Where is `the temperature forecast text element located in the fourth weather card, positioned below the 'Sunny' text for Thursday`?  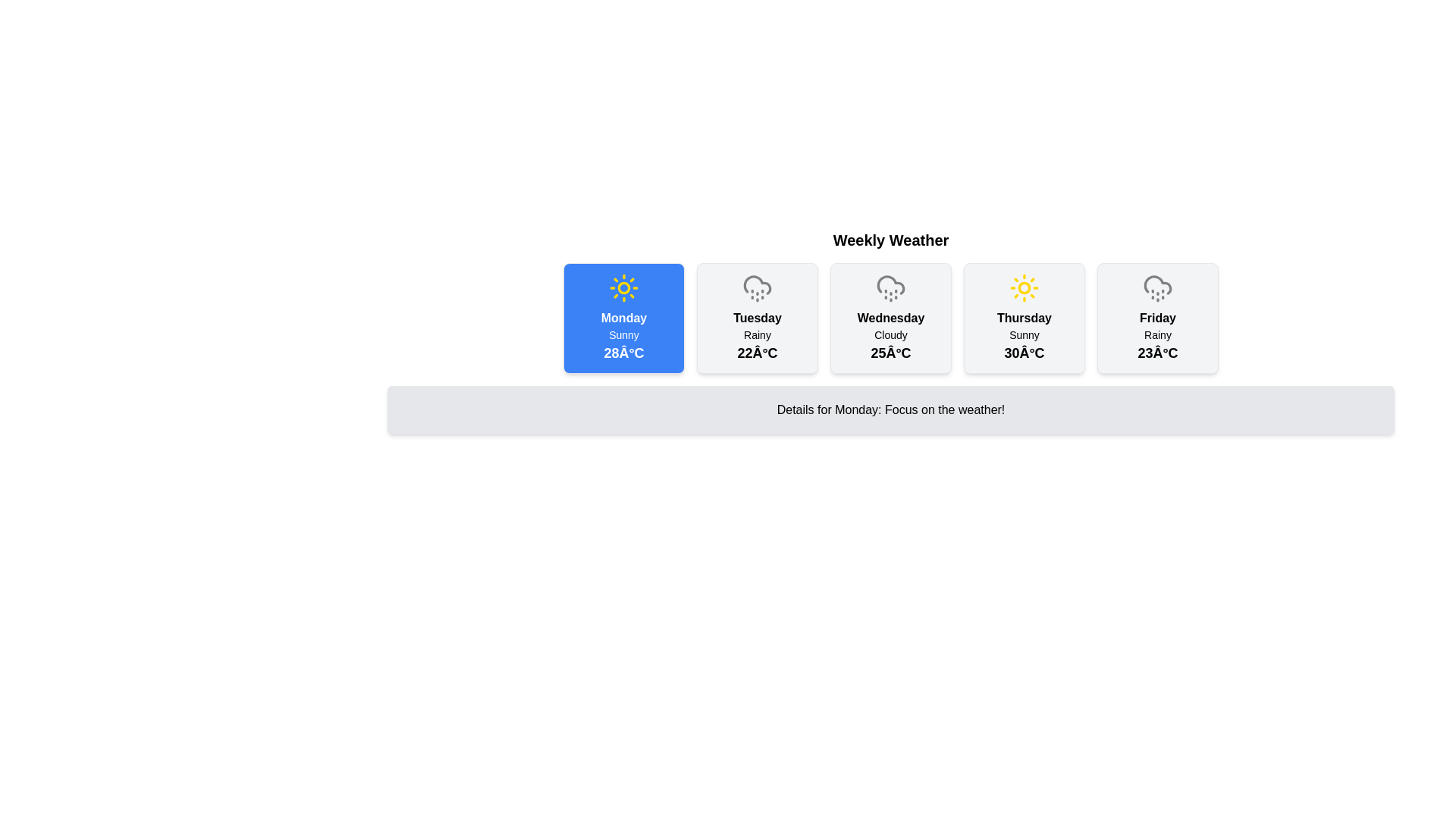
the temperature forecast text element located in the fourth weather card, positioned below the 'Sunny' text for Thursday is located at coordinates (1024, 353).